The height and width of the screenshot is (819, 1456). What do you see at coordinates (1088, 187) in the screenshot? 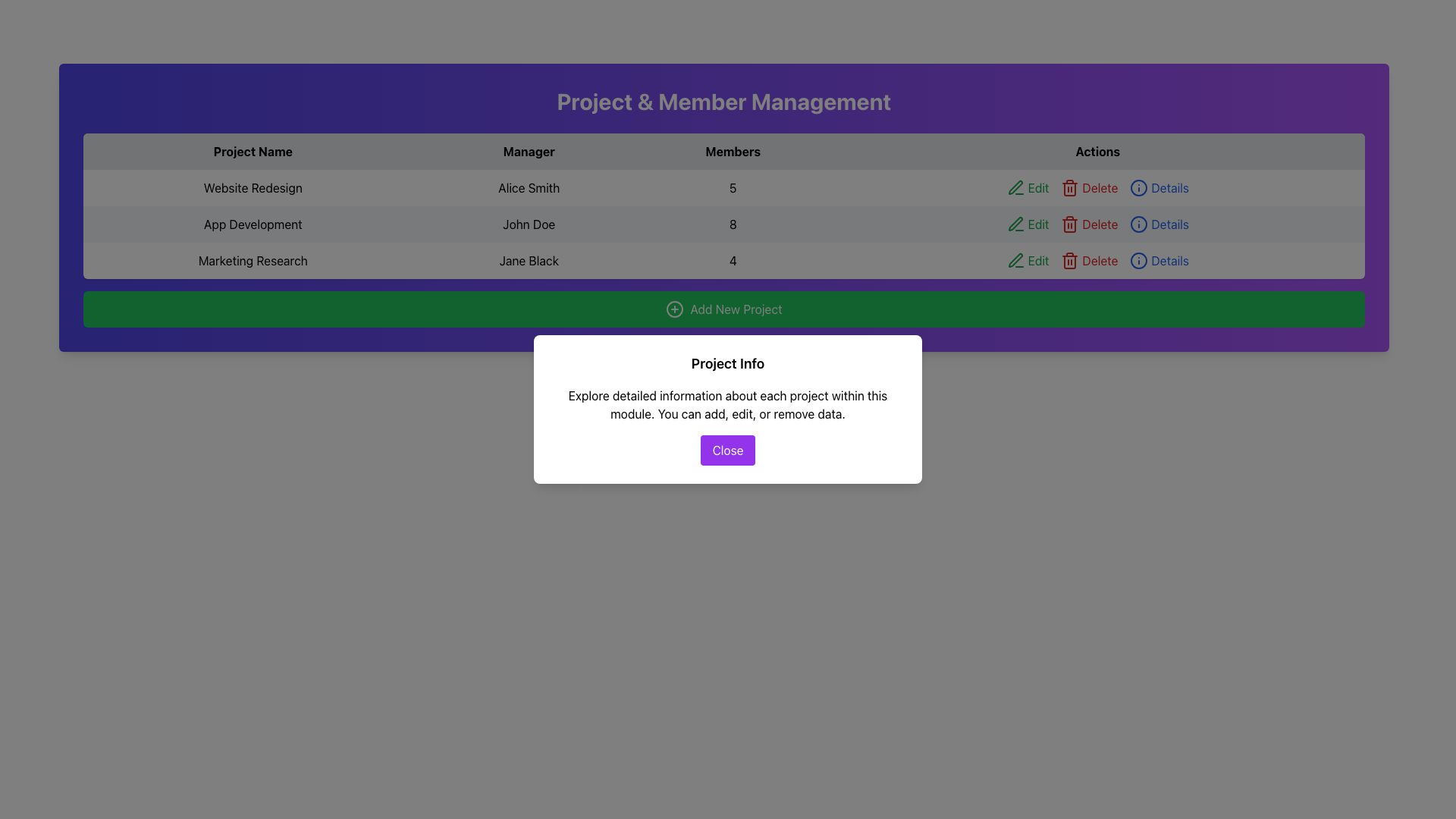
I see `the 'Delete' action button located in the 'Actions' column of the table, positioned between the 'Edit' and 'Details' buttons, to observe the style change` at bounding box center [1088, 187].